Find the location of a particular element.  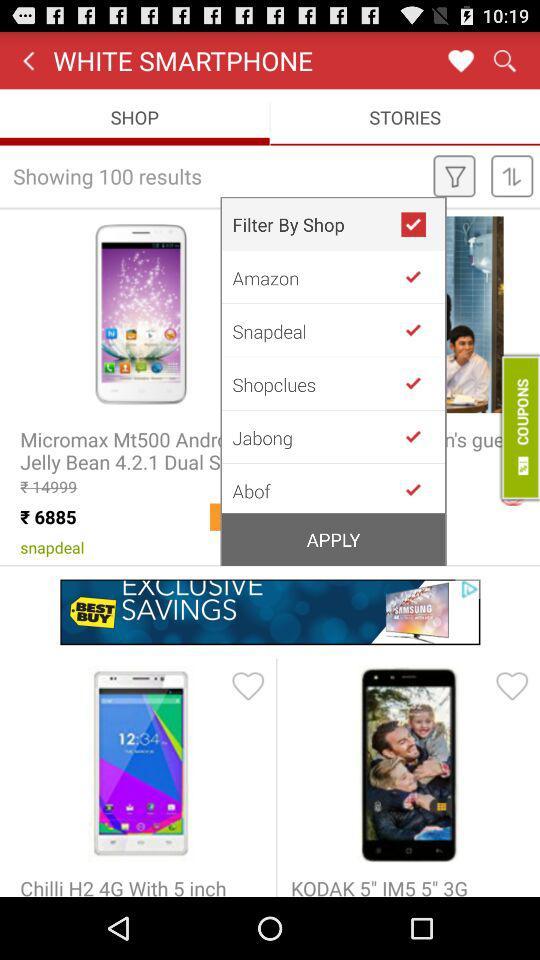

the item to the right of the filter by shop is located at coordinates (421, 224).